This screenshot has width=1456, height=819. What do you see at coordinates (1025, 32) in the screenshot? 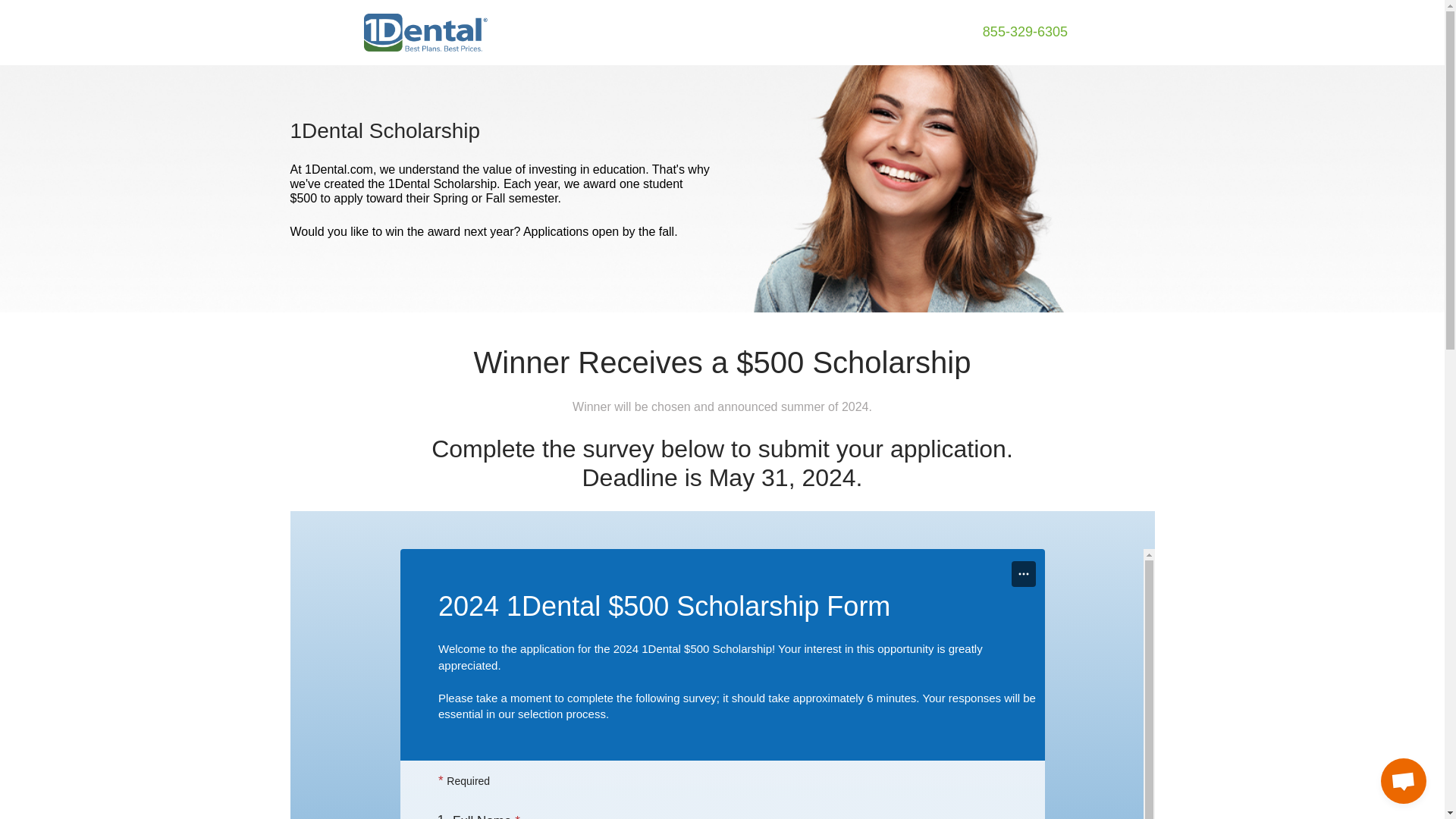
I see `' 855-329-6305 '` at bounding box center [1025, 32].